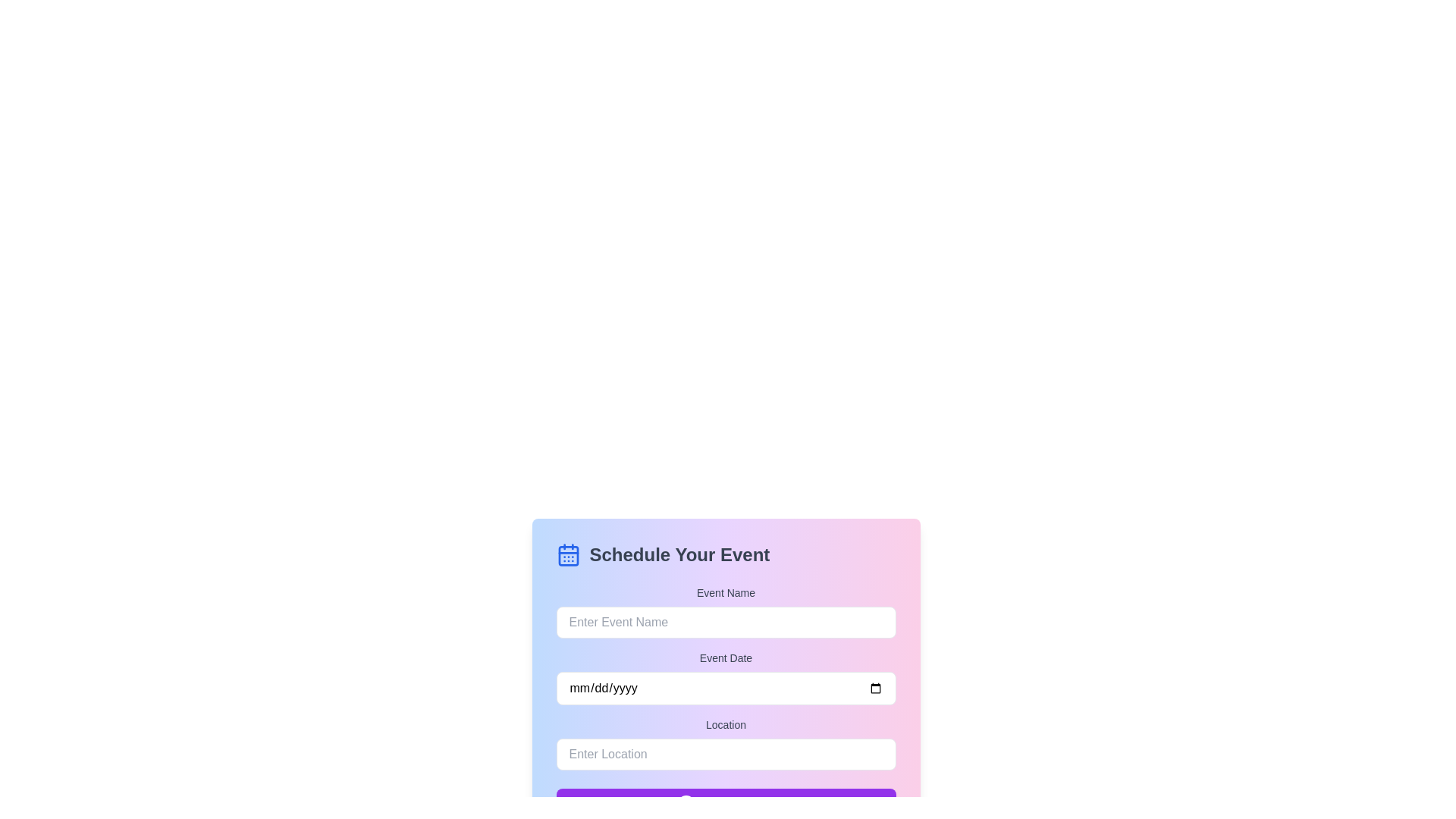 The height and width of the screenshot is (819, 1456). I want to click on the Text input field located below the 'Event Name' label by tabbing to it, so click(725, 623).